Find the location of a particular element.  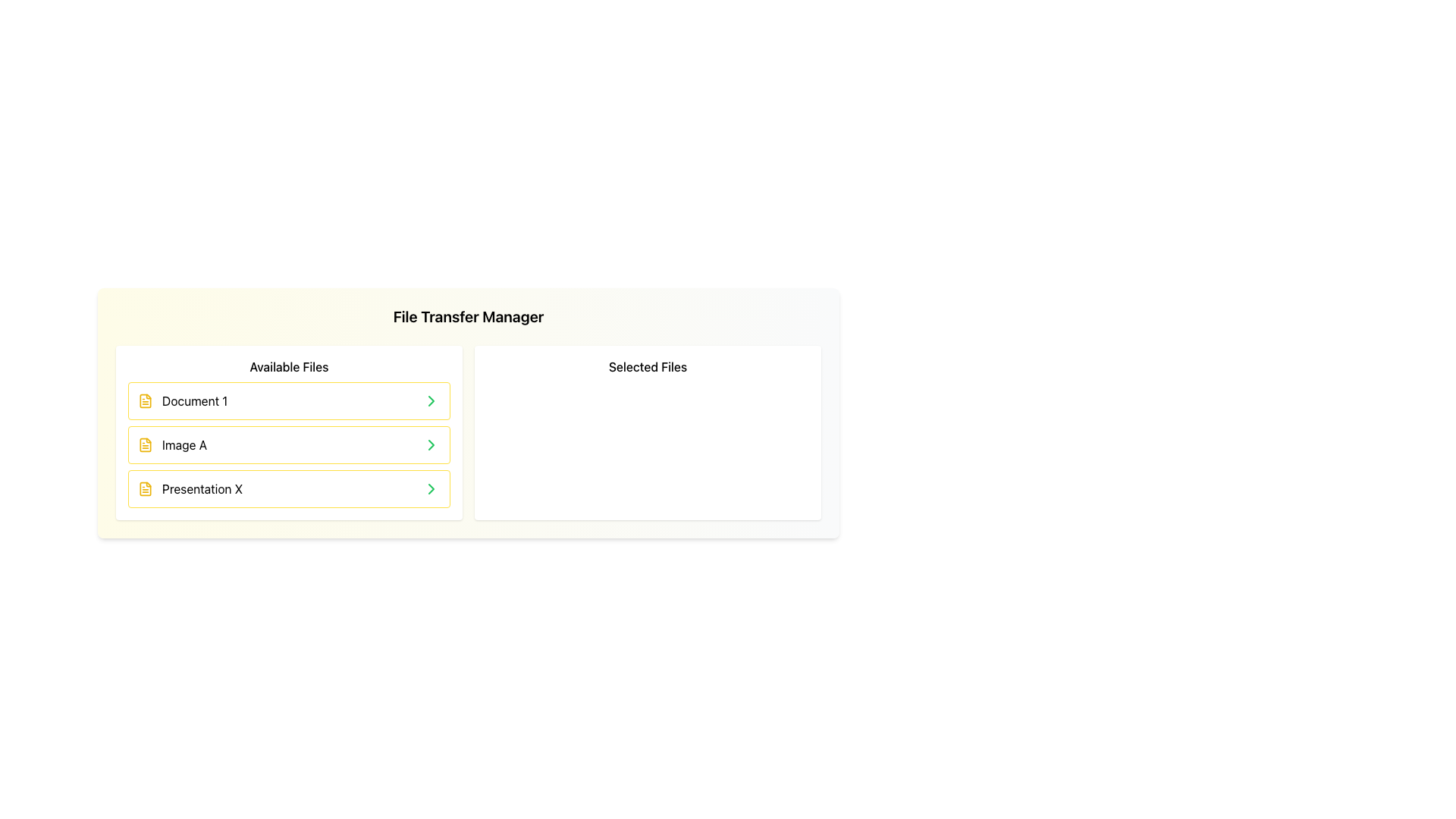

text label 'Document 1' located next to the document icon in the 'Available Files' panel is located at coordinates (194, 400).